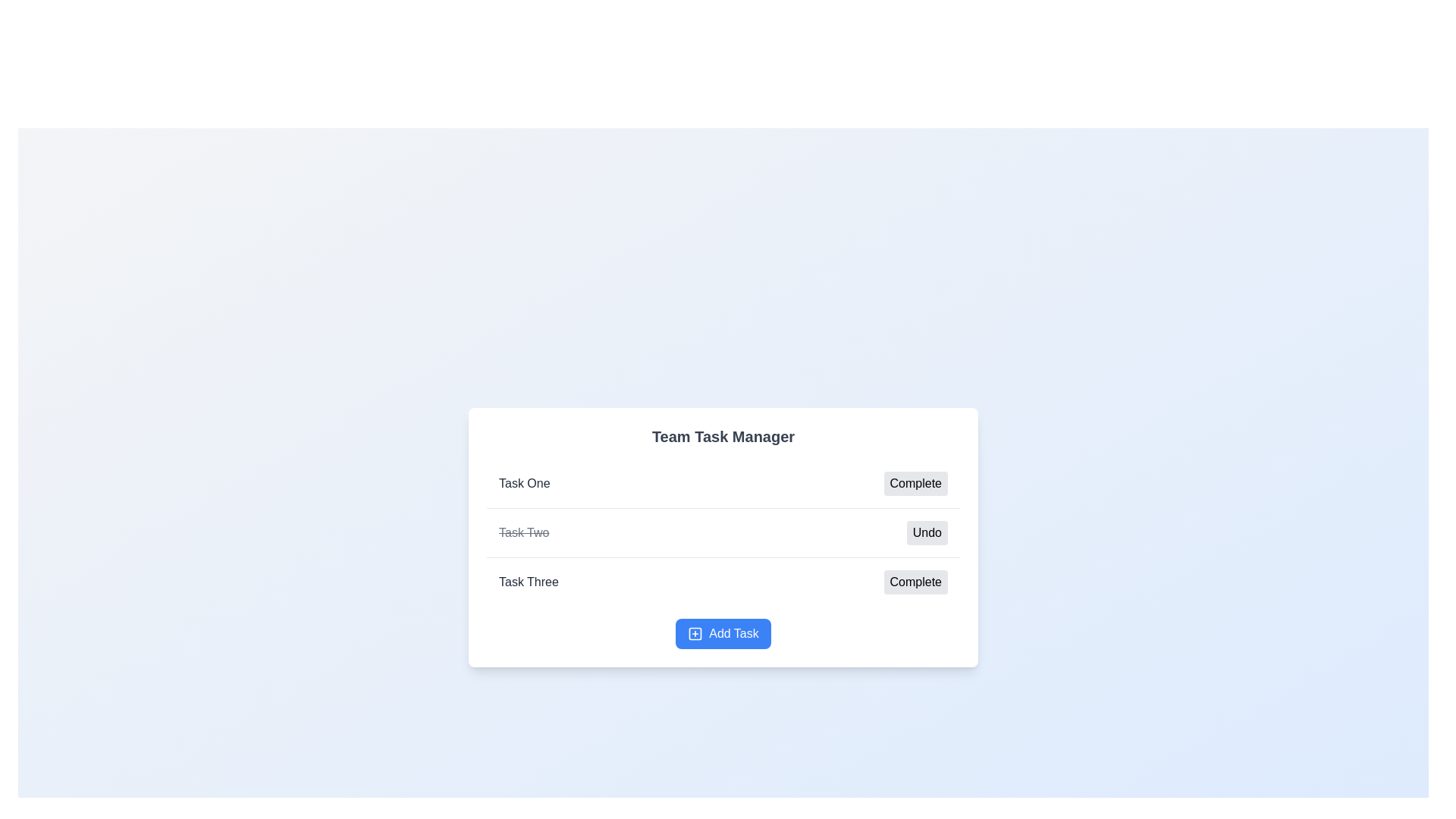 Image resolution: width=1456 pixels, height=819 pixels. What do you see at coordinates (723, 634) in the screenshot?
I see `the 'Add Task' button to add a new task` at bounding box center [723, 634].